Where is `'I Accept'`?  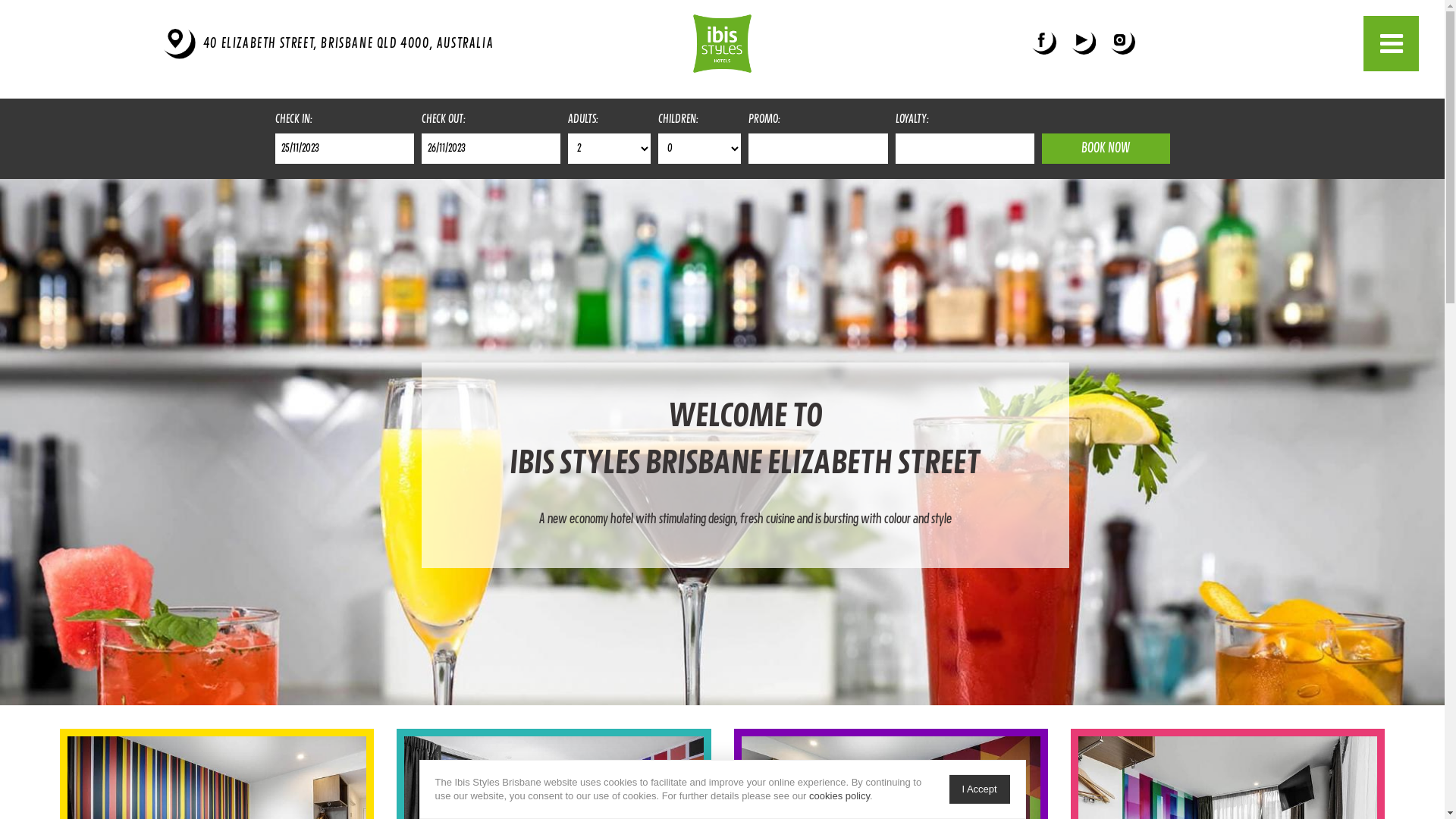
'I Accept' is located at coordinates (979, 789).